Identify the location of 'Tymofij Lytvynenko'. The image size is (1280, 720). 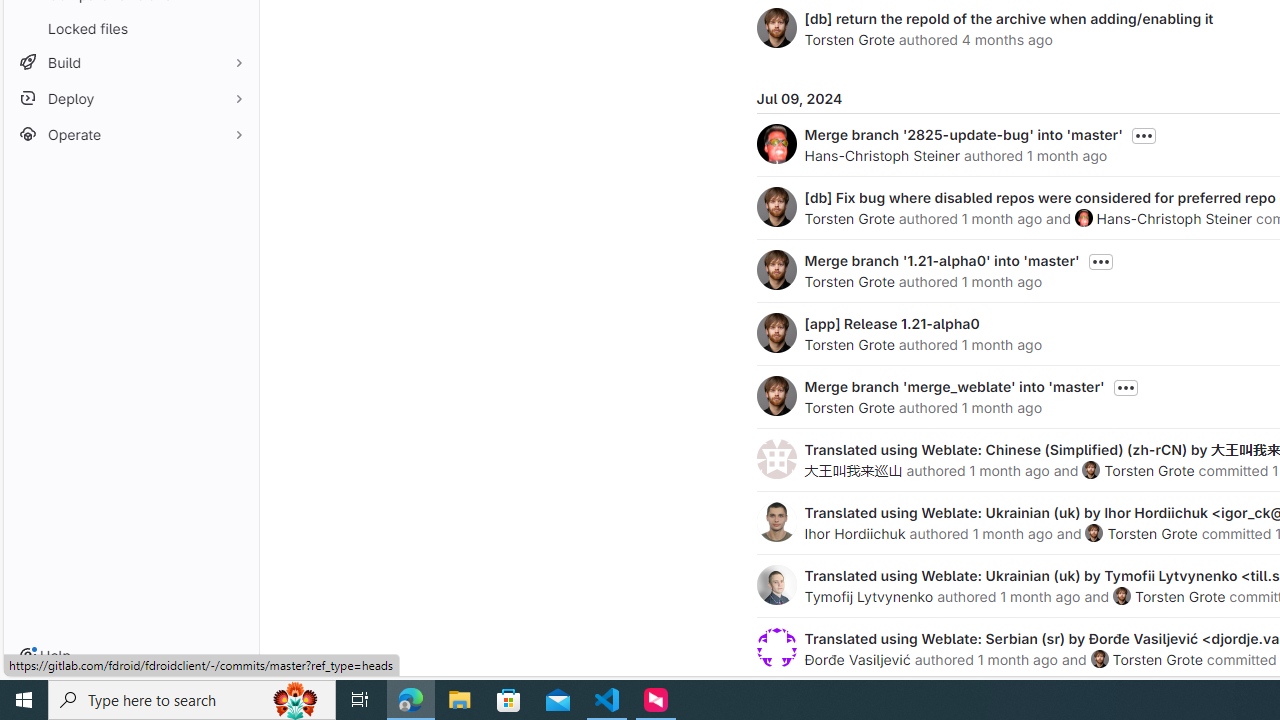
(775, 585).